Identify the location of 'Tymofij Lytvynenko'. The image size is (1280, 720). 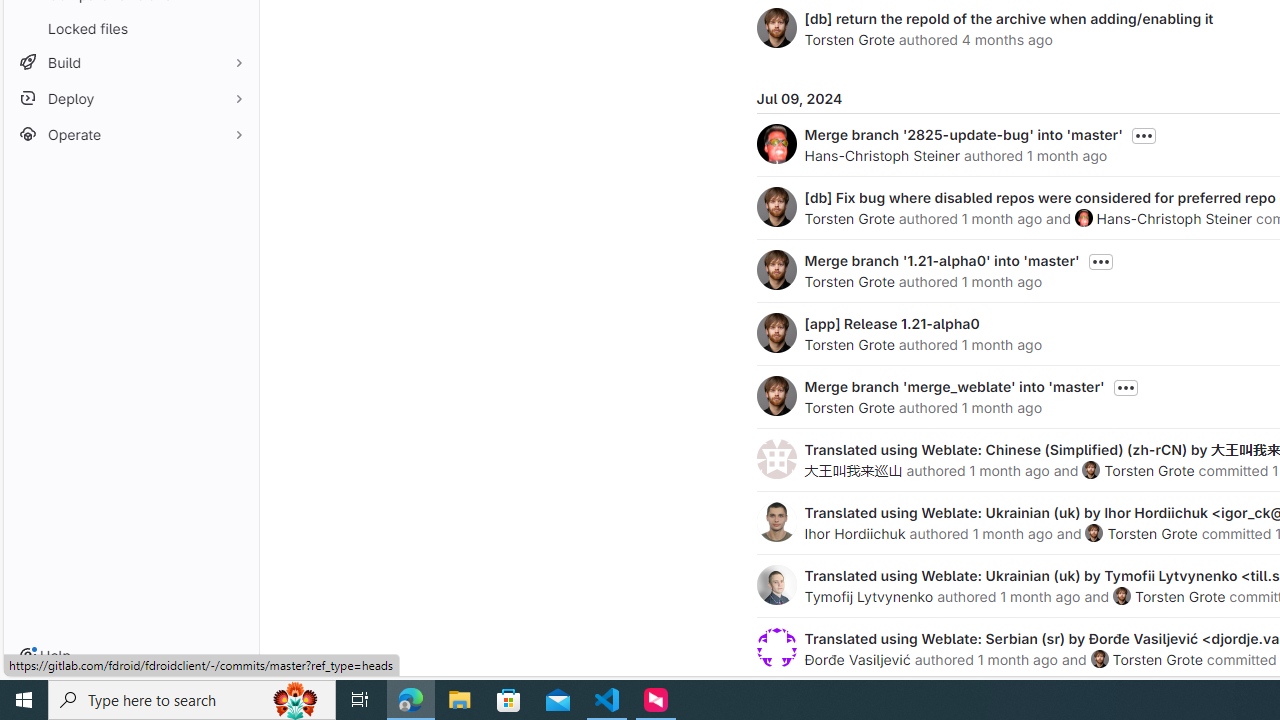
(775, 585).